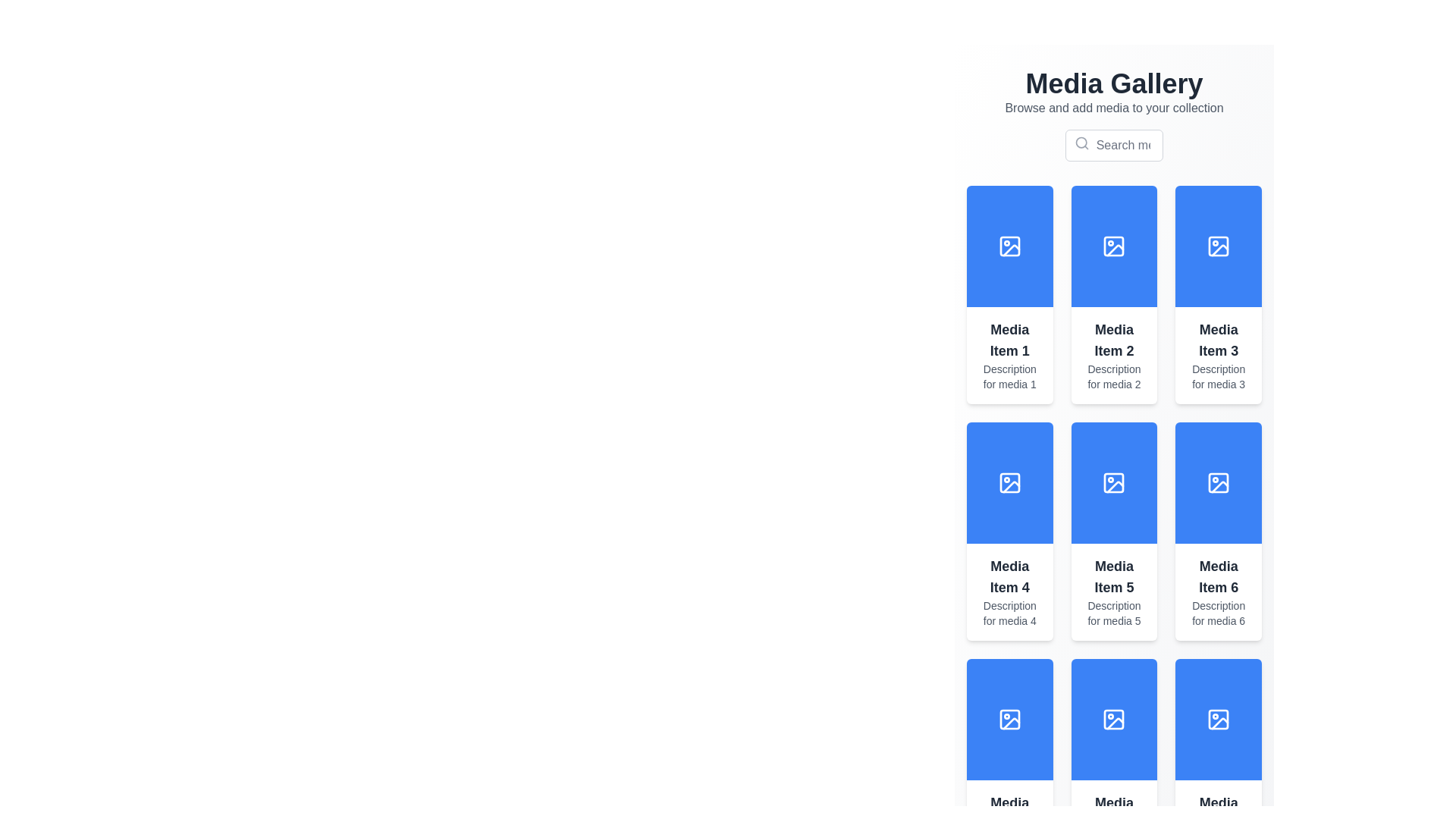 This screenshot has height=819, width=1456. What do you see at coordinates (1009, 339) in the screenshot?
I see `the static text label element displaying 'Media Item 1', which is styled in large bold font and located above the description text` at bounding box center [1009, 339].